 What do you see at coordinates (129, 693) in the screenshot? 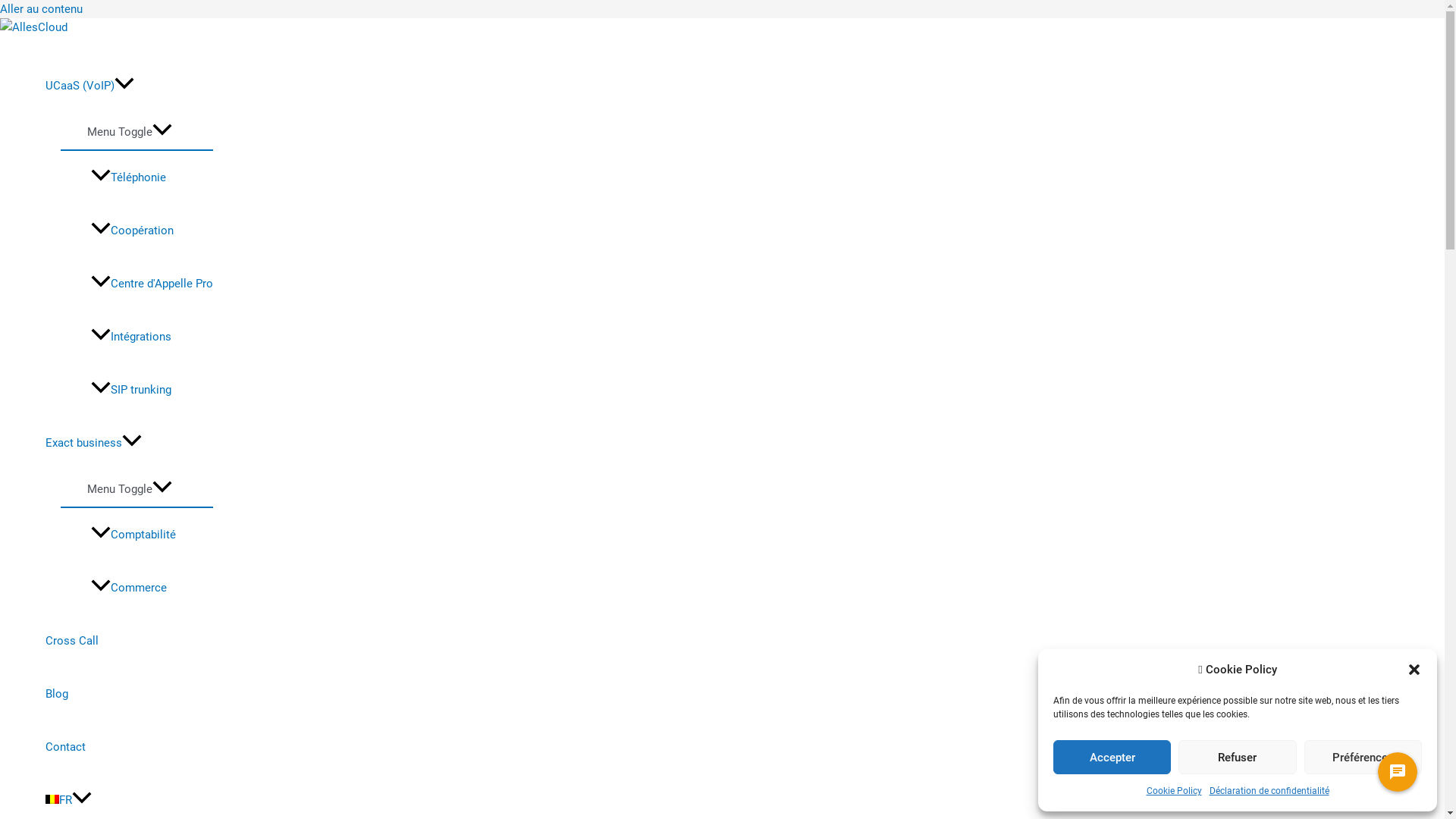
I see `'Blog'` at bounding box center [129, 693].